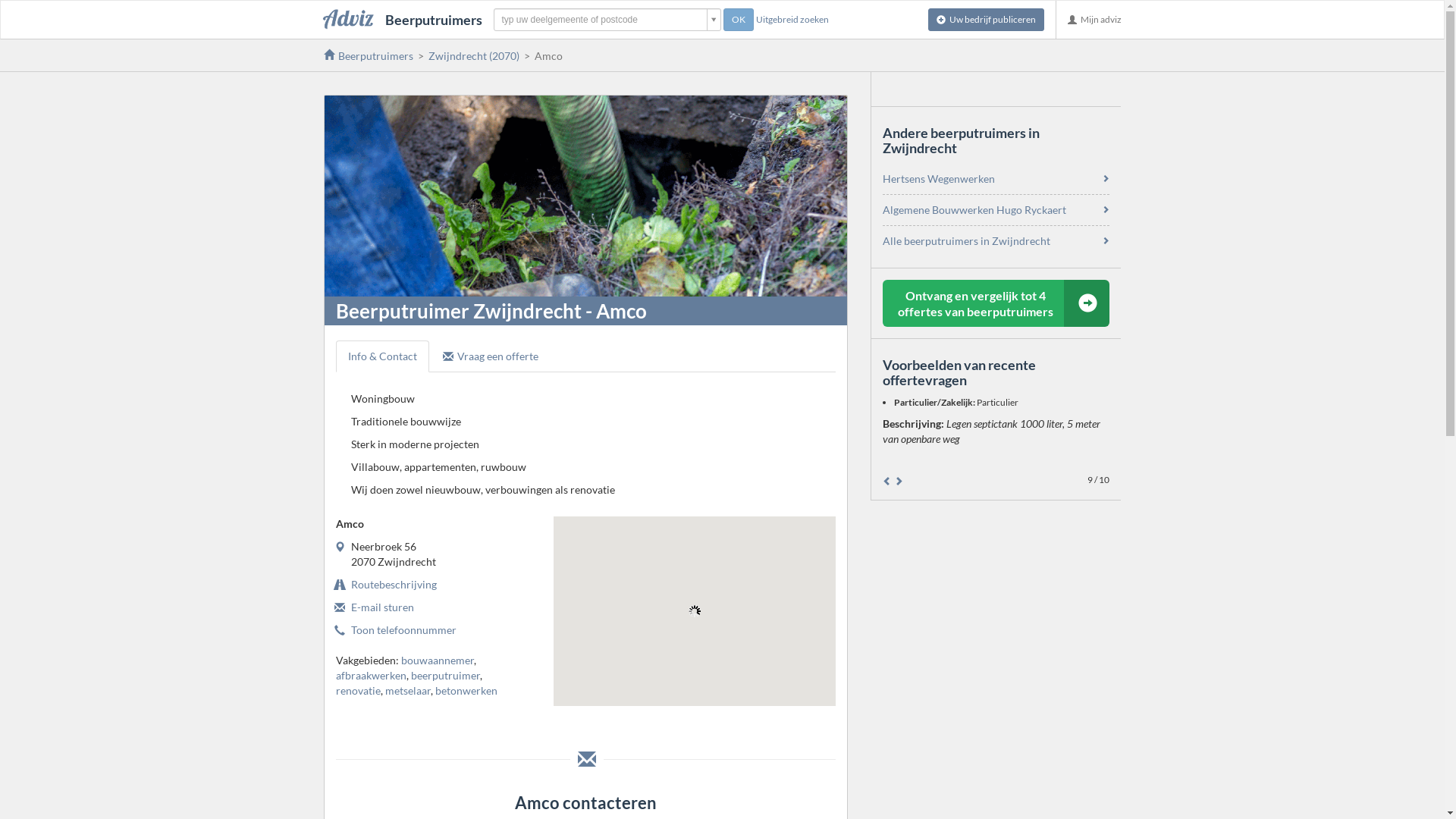 Image resolution: width=1456 pixels, height=819 pixels. What do you see at coordinates (407, 690) in the screenshot?
I see `'metselaar'` at bounding box center [407, 690].